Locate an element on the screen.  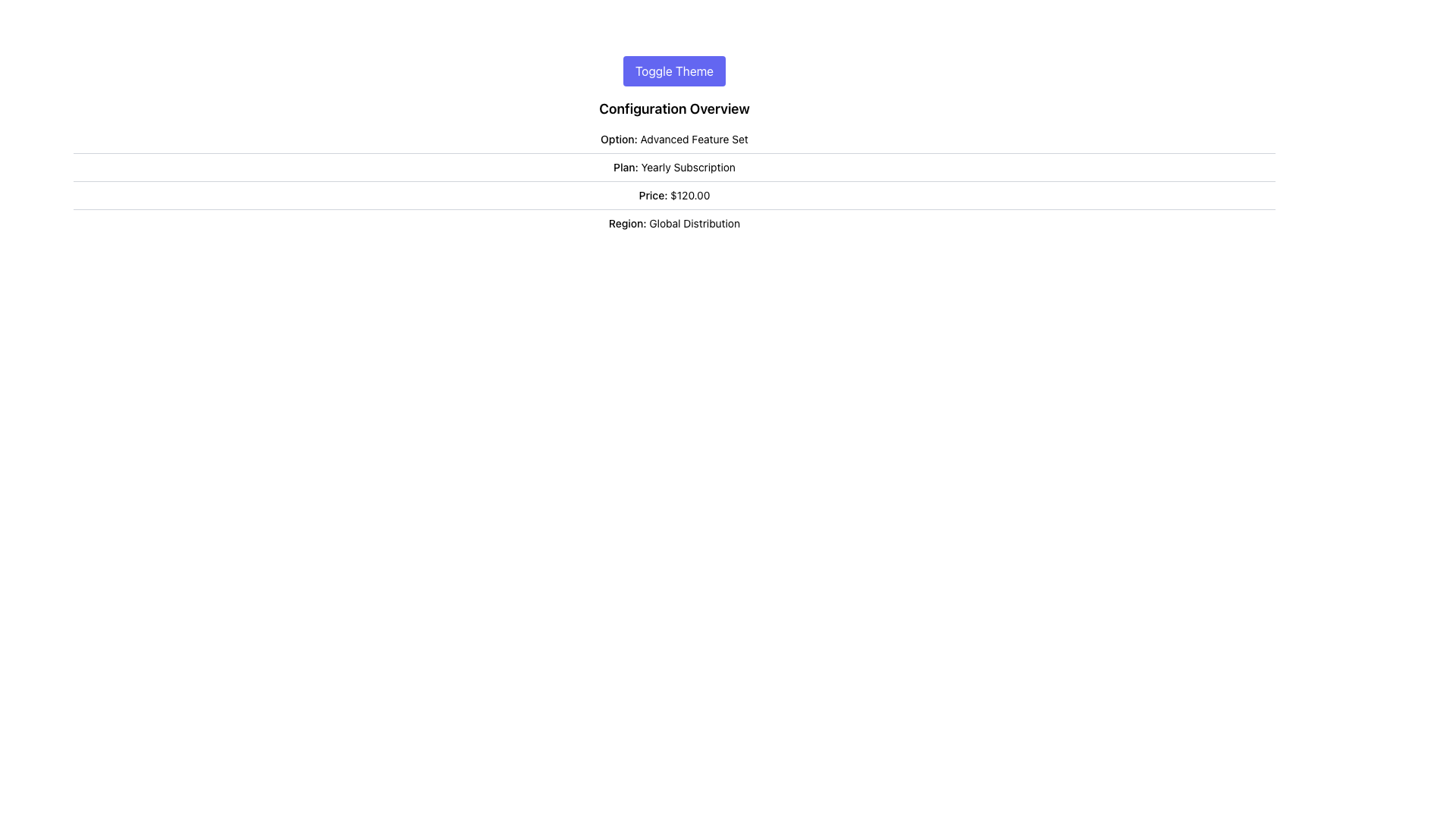
the label indicating the 'Region' parameter, which is positioned to the left of the 'Global Distribution' label in the lower part of the configuration interface is located at coordinates (629, 223).